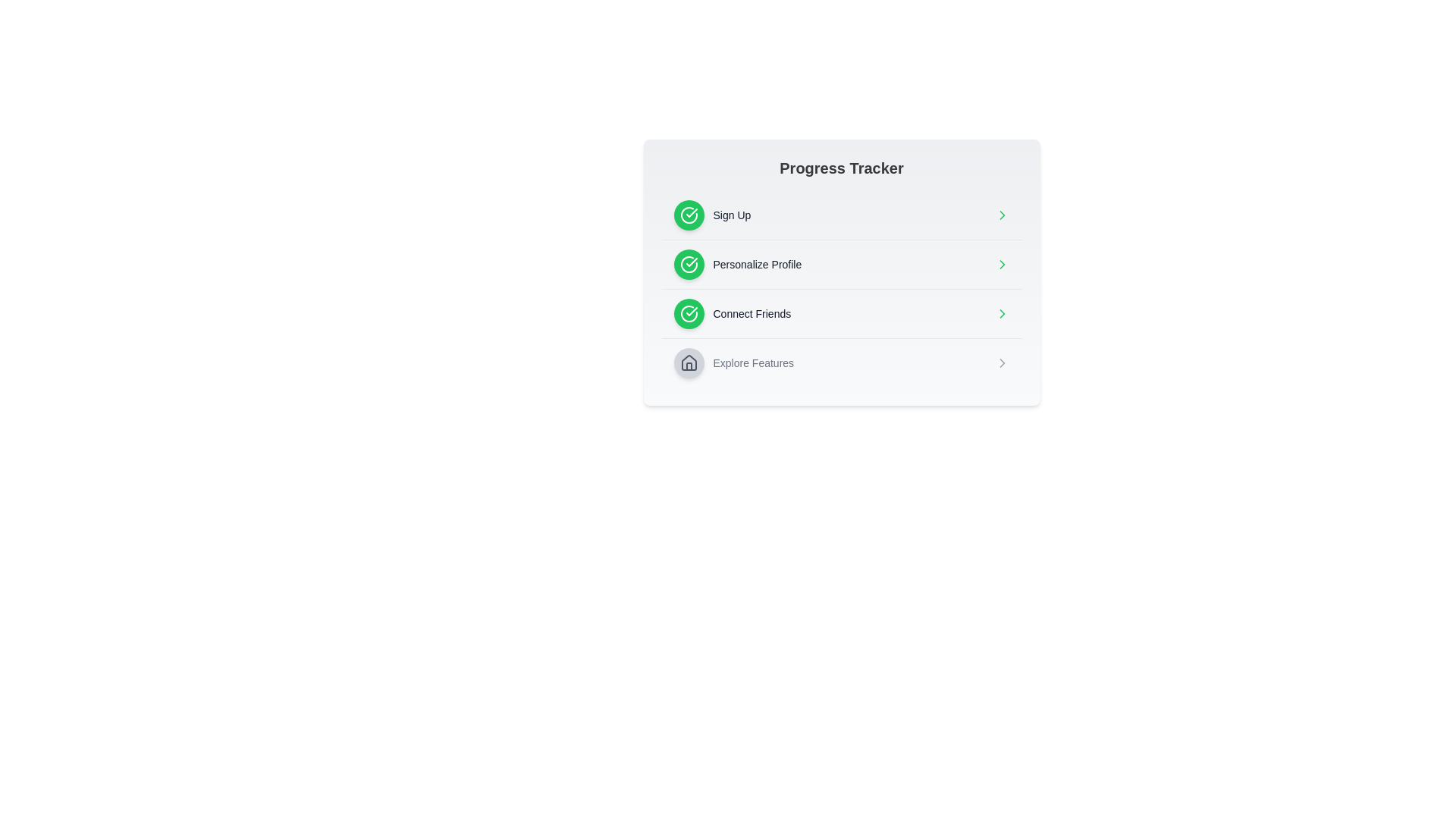 The image size is (1456, 819). What do you see at coordinates (840, 362) in the screenshot?
I see `the Navigation item labeled 'Explore Features'` at bounding box center [840, 362].